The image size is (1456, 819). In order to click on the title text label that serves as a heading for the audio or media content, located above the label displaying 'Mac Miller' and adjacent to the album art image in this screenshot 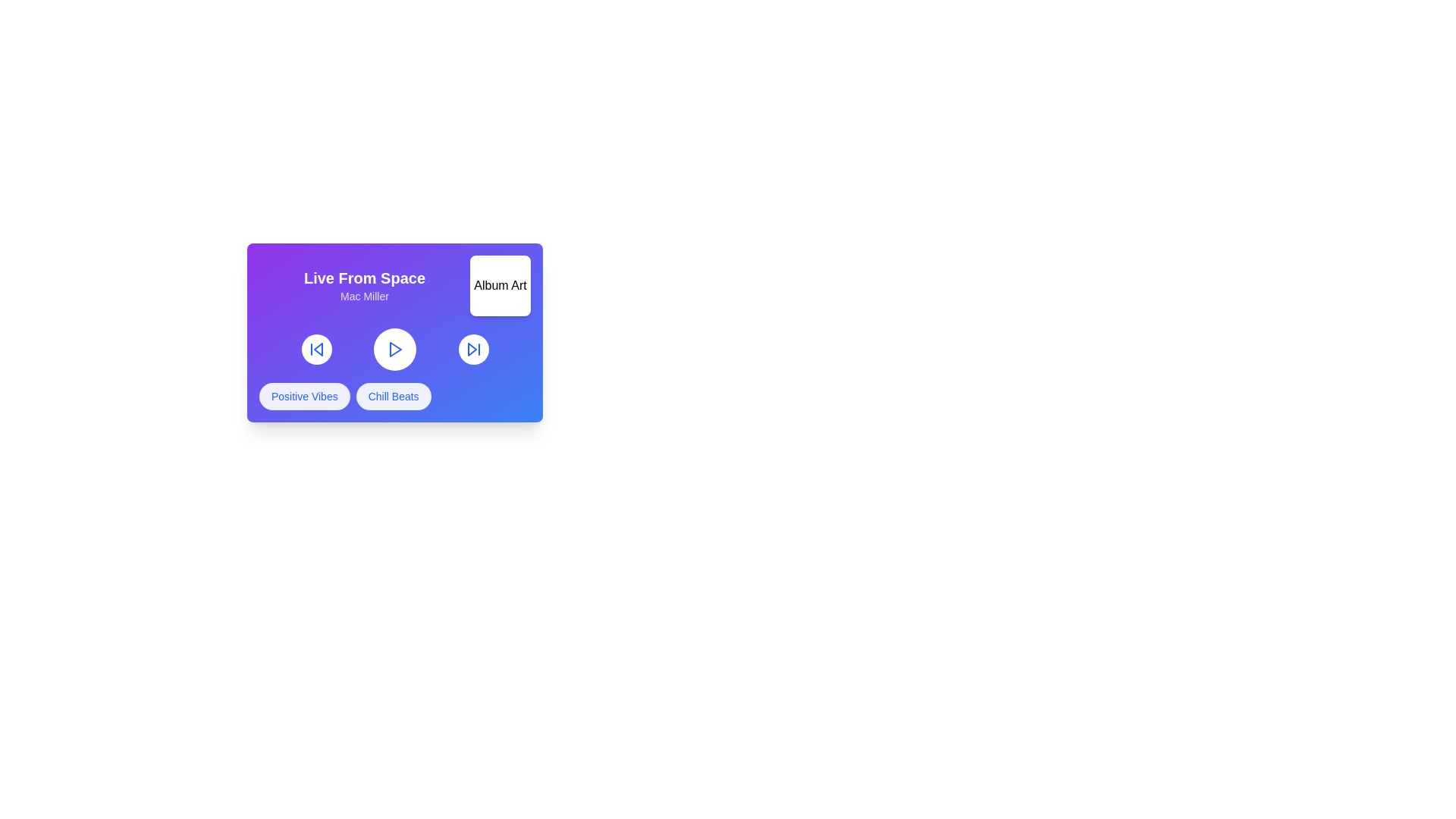, I will do `click(364, 278)`.